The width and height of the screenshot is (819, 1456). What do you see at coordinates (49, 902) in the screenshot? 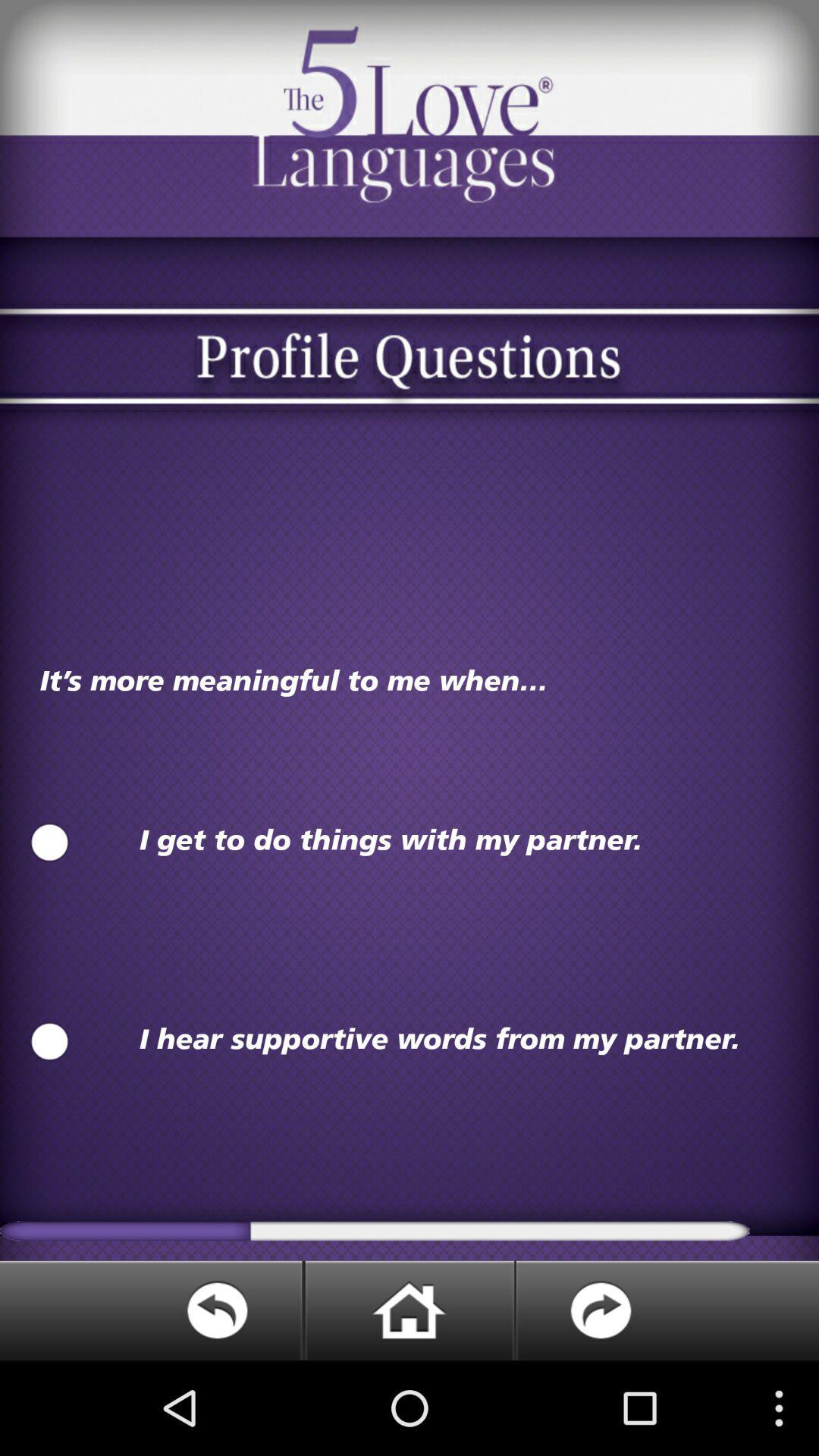
I see `the avatar icon` at bounding box center [49, 902].